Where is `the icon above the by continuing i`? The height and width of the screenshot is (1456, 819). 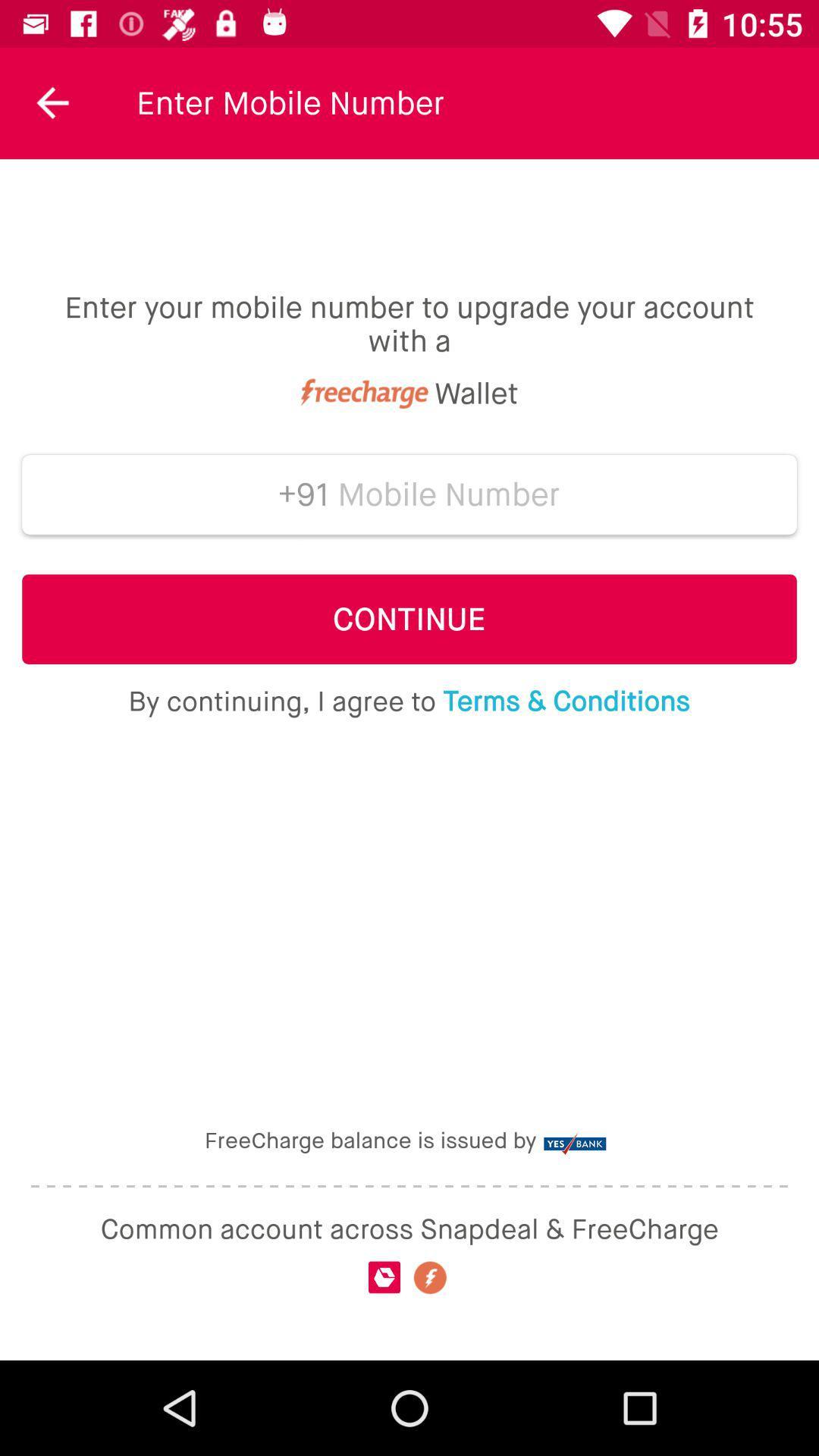
the icon above the by continuing i is located at coordinates (409, 619).